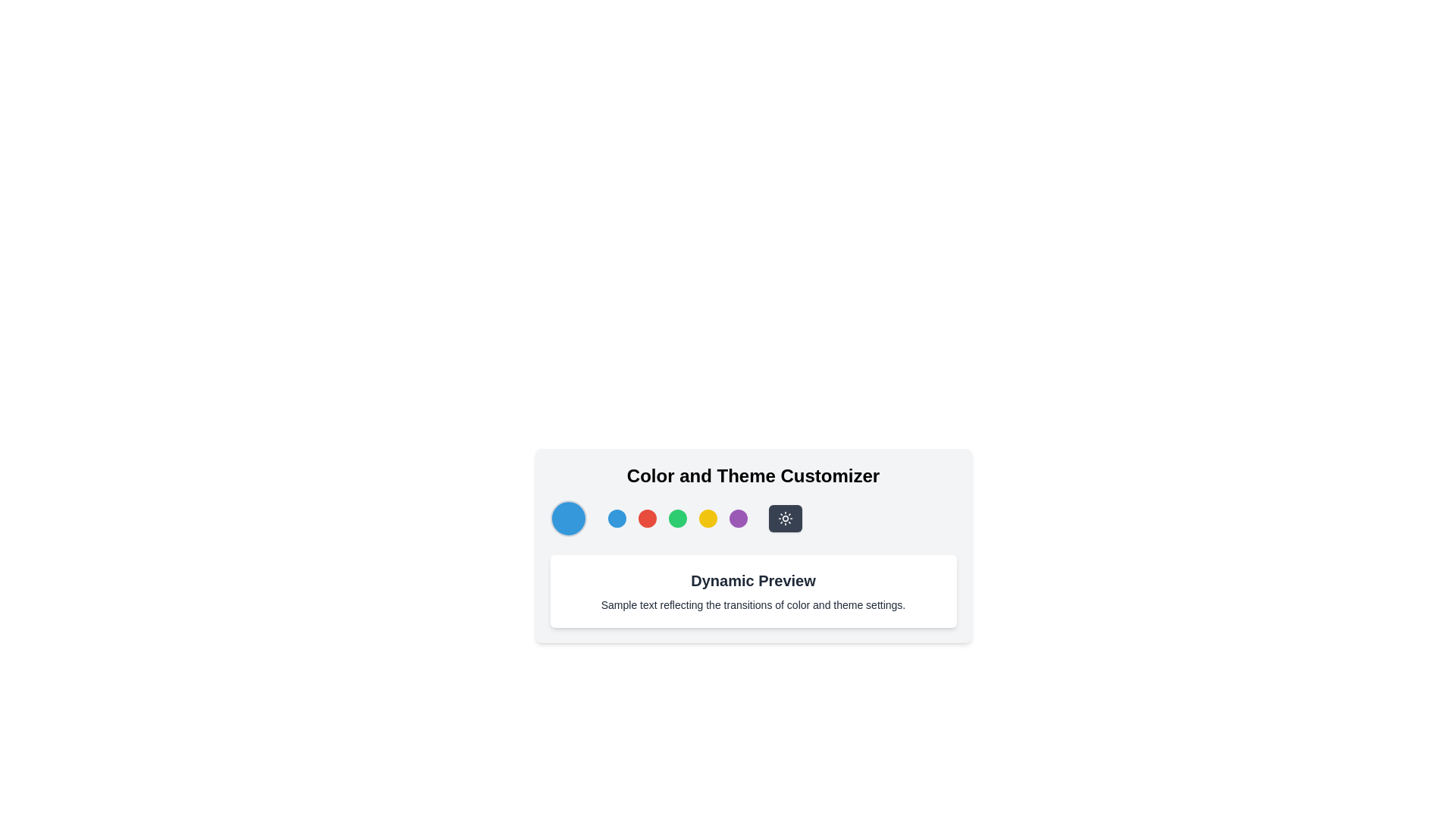  Describe the element at coordinates (647, 517) in the screenshot. I see `the second circular red button in the Color and Theme Customizer interface` at that location.